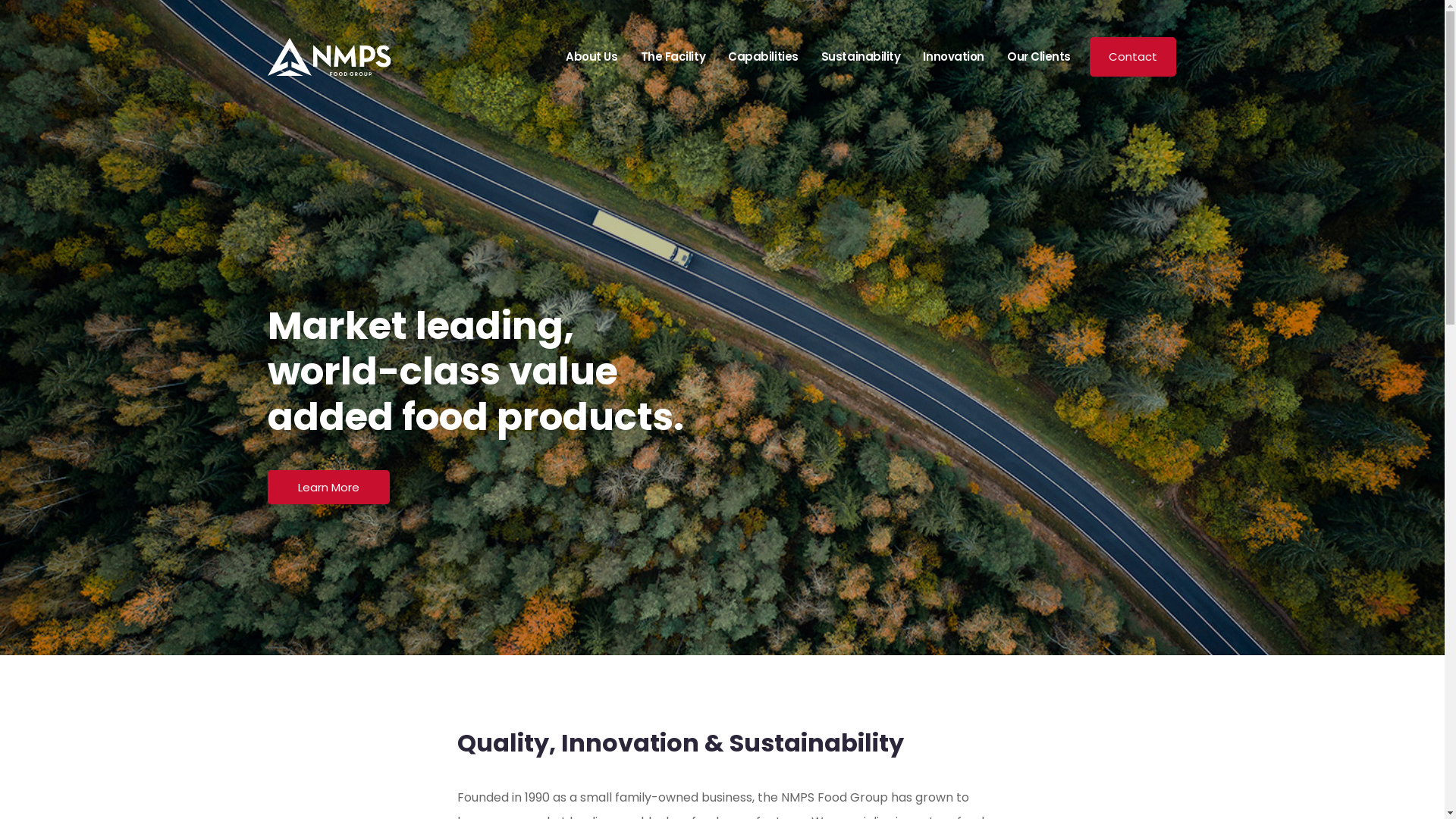  What do you see at coordinates (673, 55) in the screenshot?
I see `'The Facility'` at bounding box center [673, 55].